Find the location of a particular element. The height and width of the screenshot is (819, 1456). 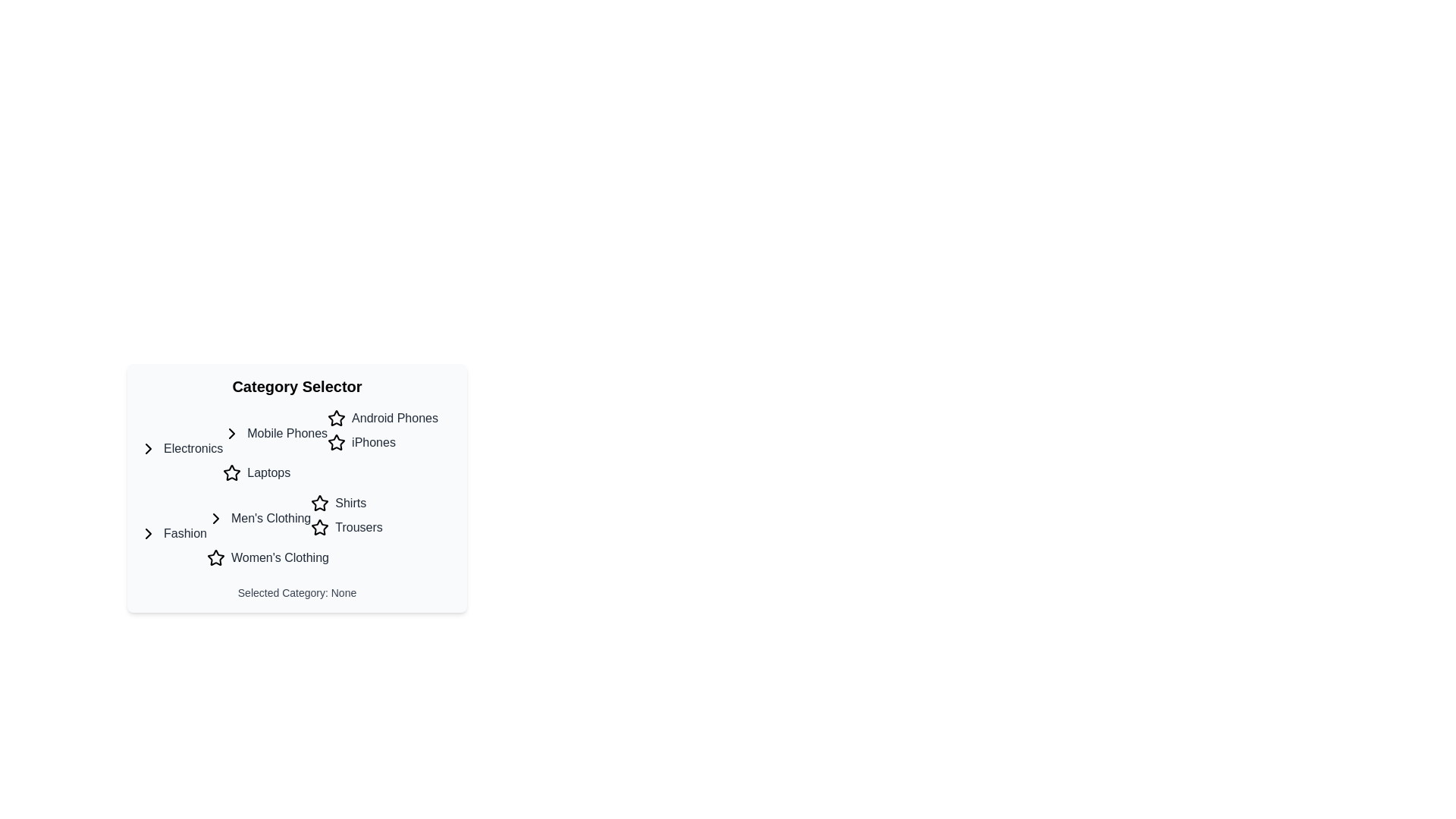

the chevron-right icon is located at coordinates (149, 533).